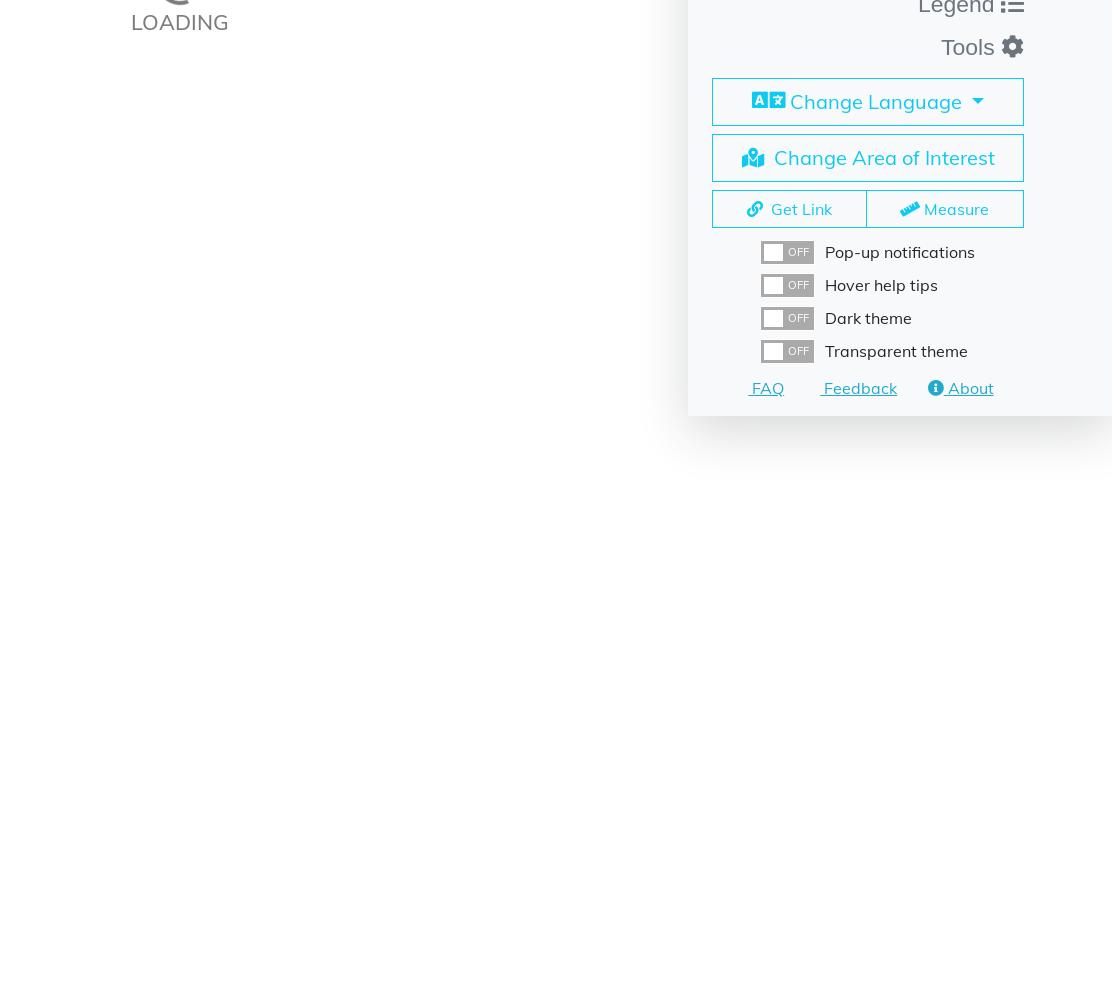  I want to click on 'Dark theme', so click(868, 317).